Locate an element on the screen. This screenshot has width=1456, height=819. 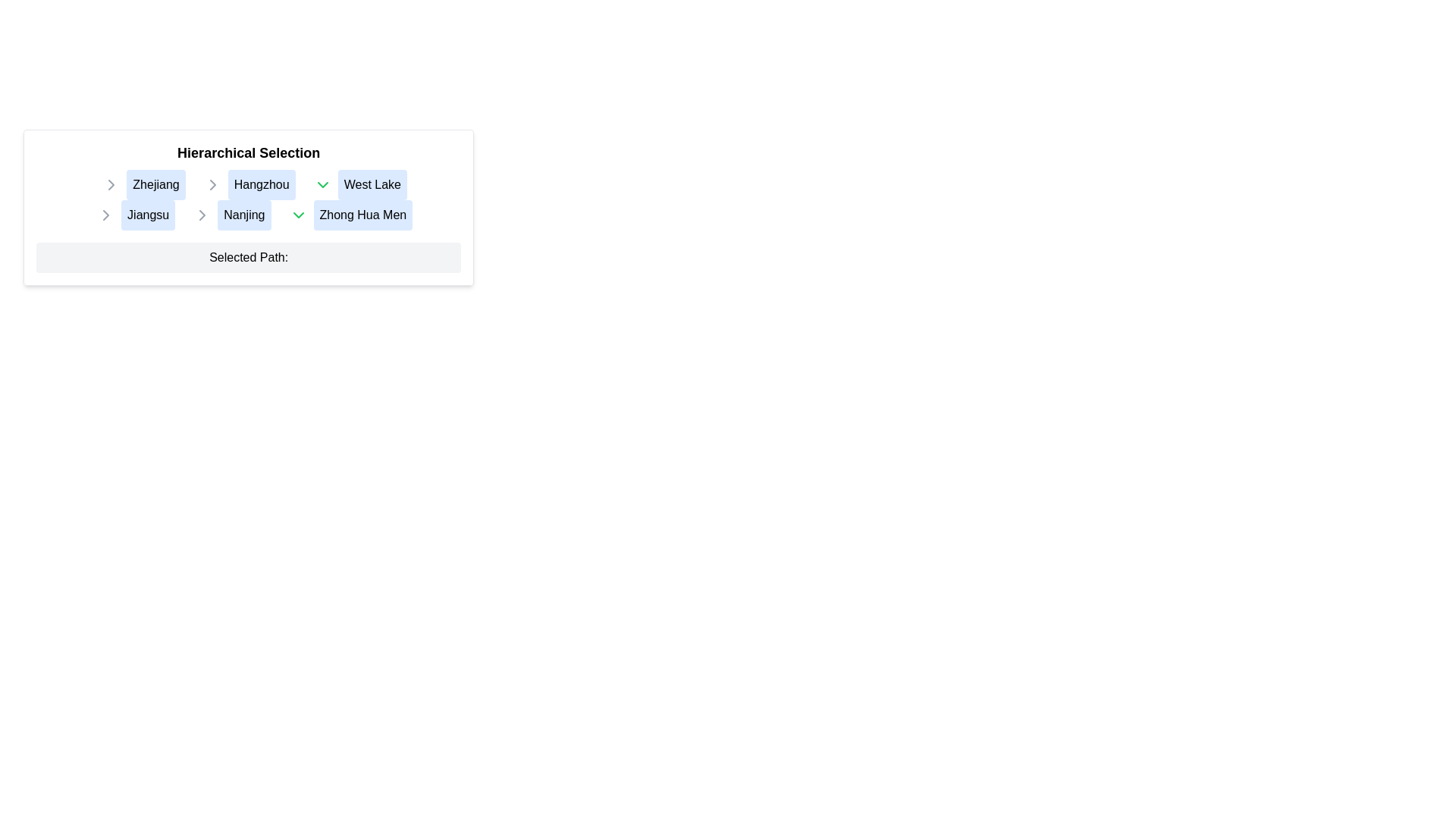
the button representing the location 'Zhong Hua Men' within the 'Jiangsu -> Nanjing' hierarchical menu is located at coordinates (362, 215).